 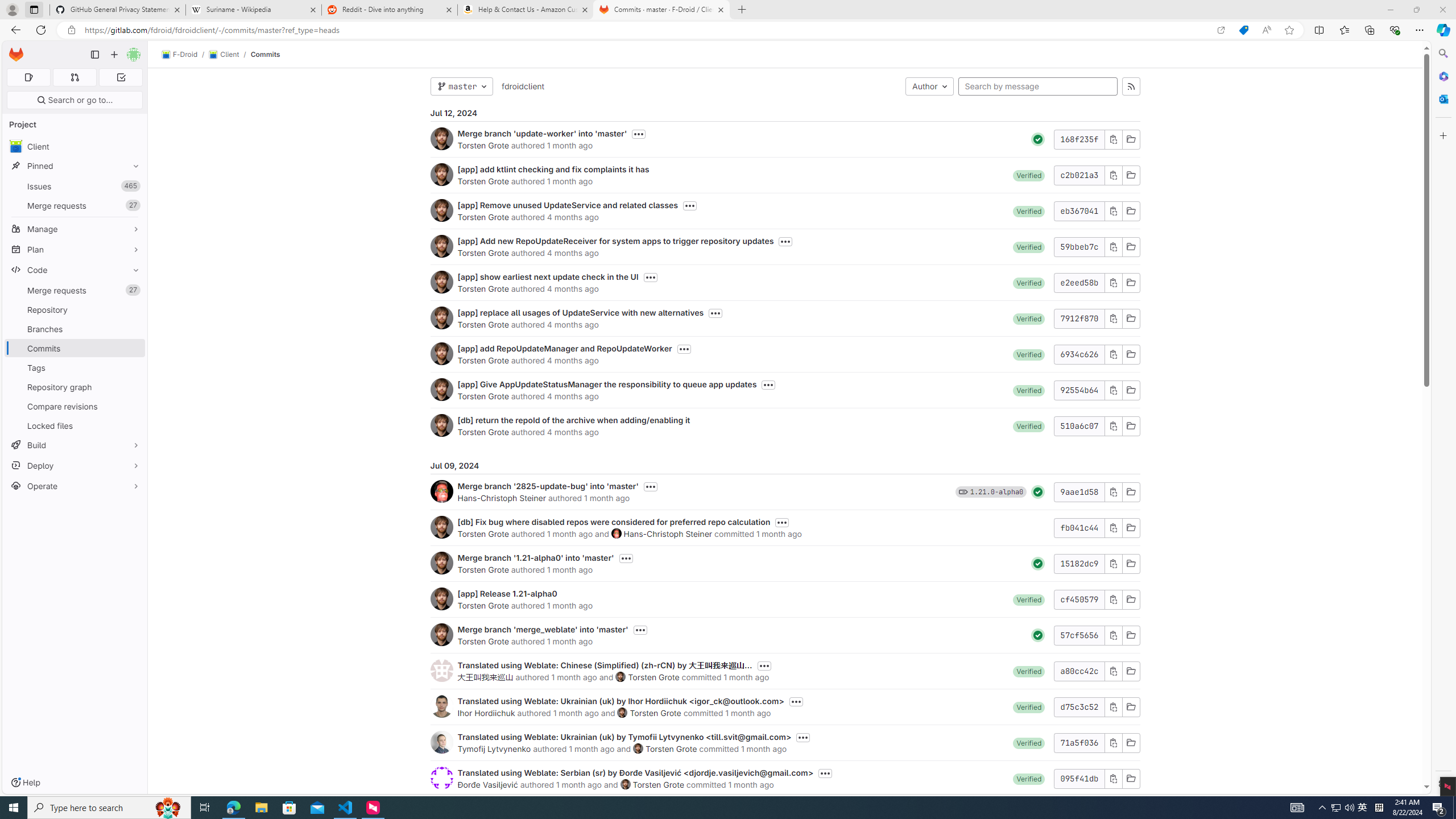 What do you see at coordinates (742, 9) in the screenshot?
I see `'New Tab'` at bounding box center [742, 9].